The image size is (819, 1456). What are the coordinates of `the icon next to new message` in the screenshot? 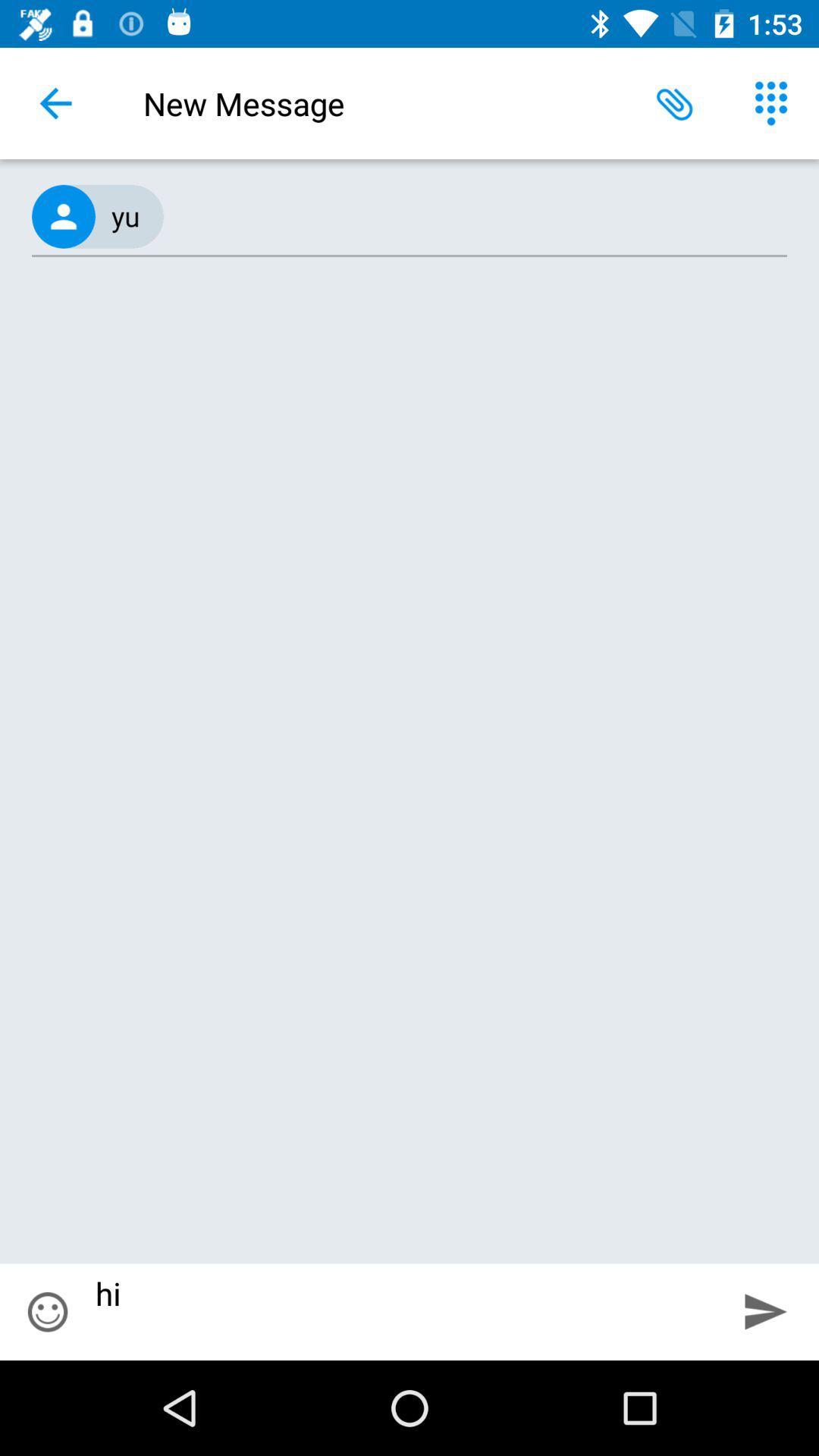 It's located at (55, 102).